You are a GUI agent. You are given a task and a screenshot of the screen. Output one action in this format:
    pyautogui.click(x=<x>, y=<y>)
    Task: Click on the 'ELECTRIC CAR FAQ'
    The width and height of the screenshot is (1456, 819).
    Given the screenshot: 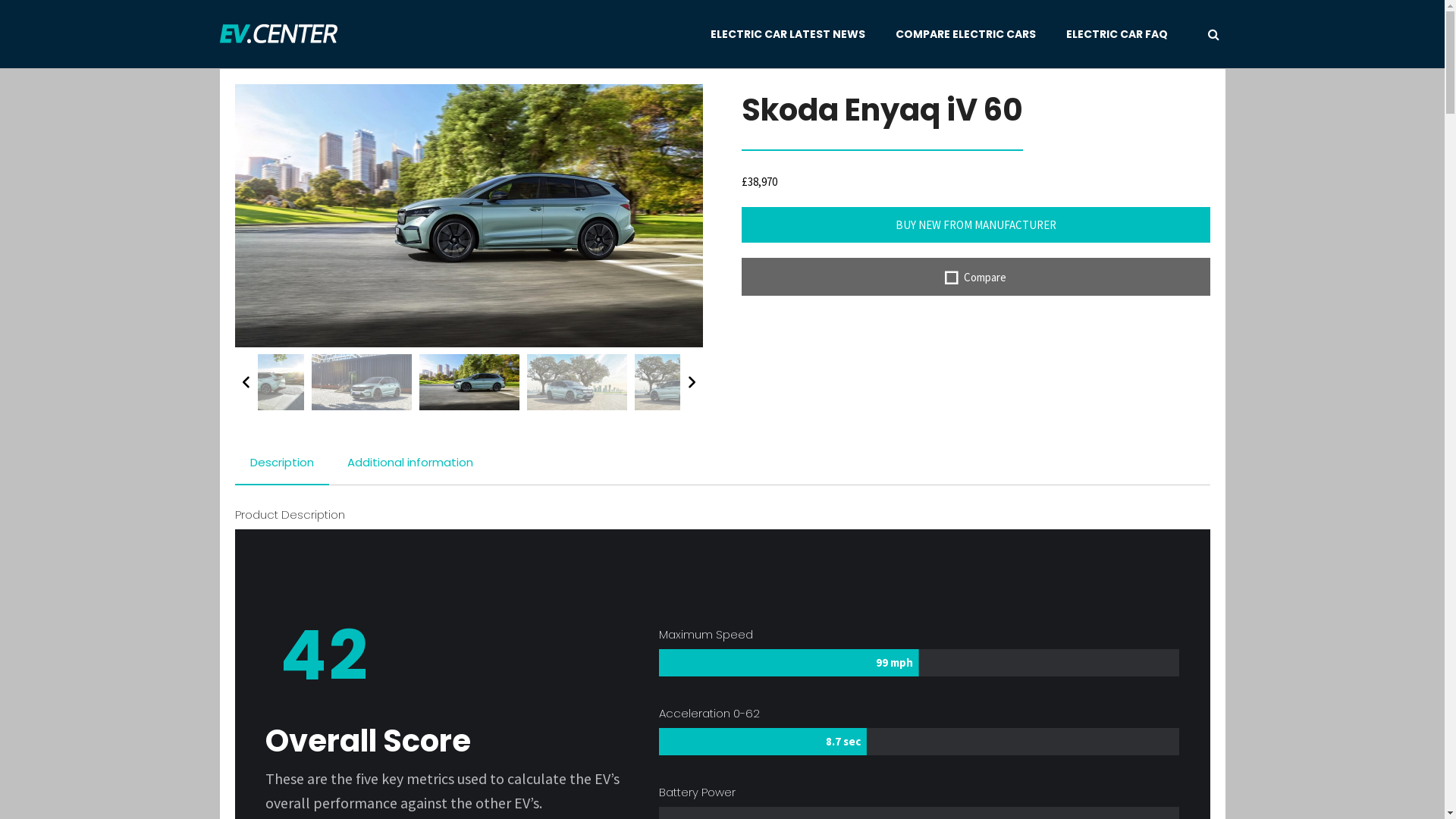 What is the action you would take?
    pyautogui.click(x=1065, y=34)
    